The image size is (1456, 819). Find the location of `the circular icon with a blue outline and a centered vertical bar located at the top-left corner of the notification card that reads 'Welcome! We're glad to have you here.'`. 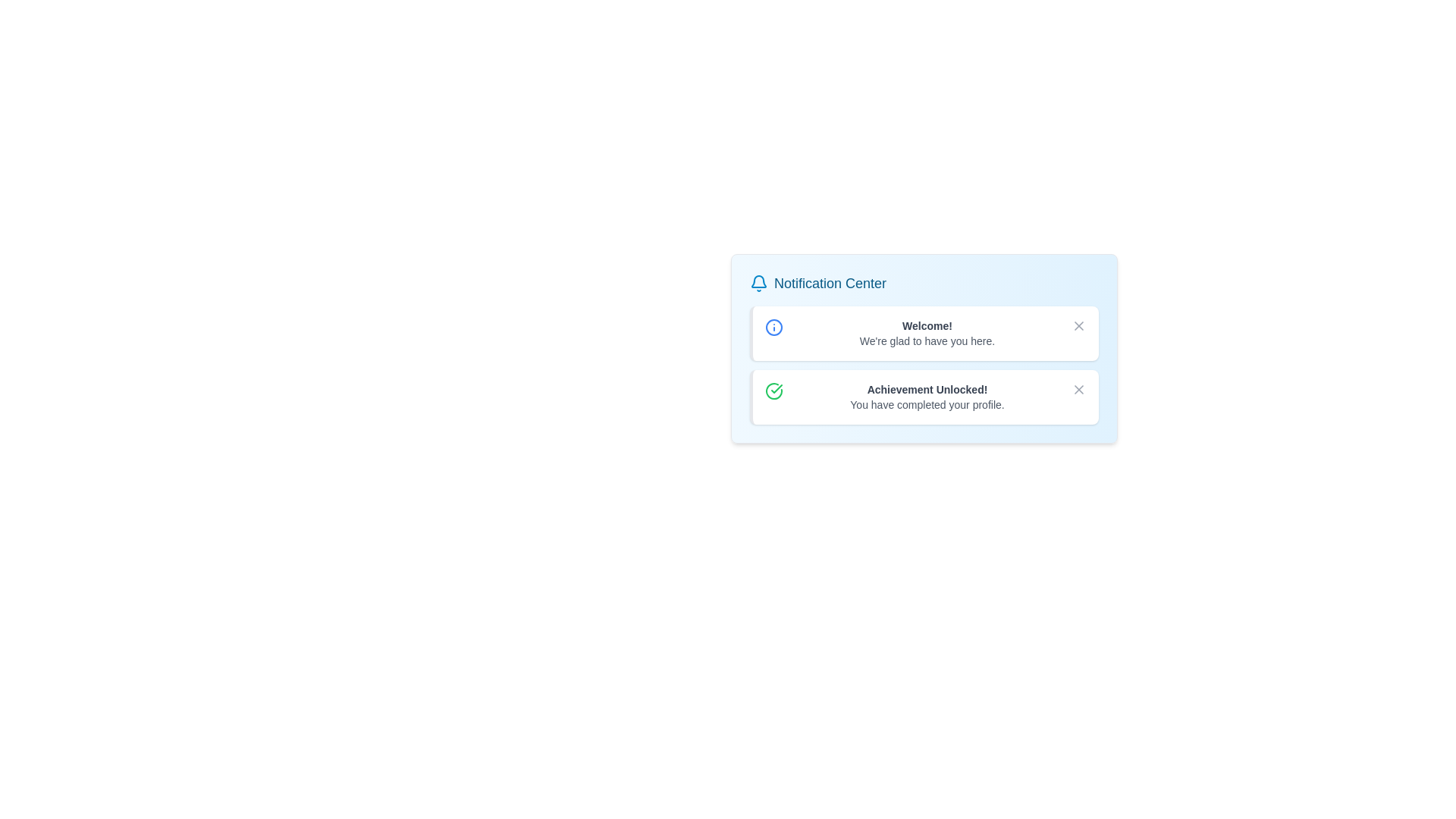

the circular icon with a blue outline and a centered vertical bar located at the top-left corner of the notification card that reads 'Welcome! We're glad to have you here.' is located at coordinates (774, 327).